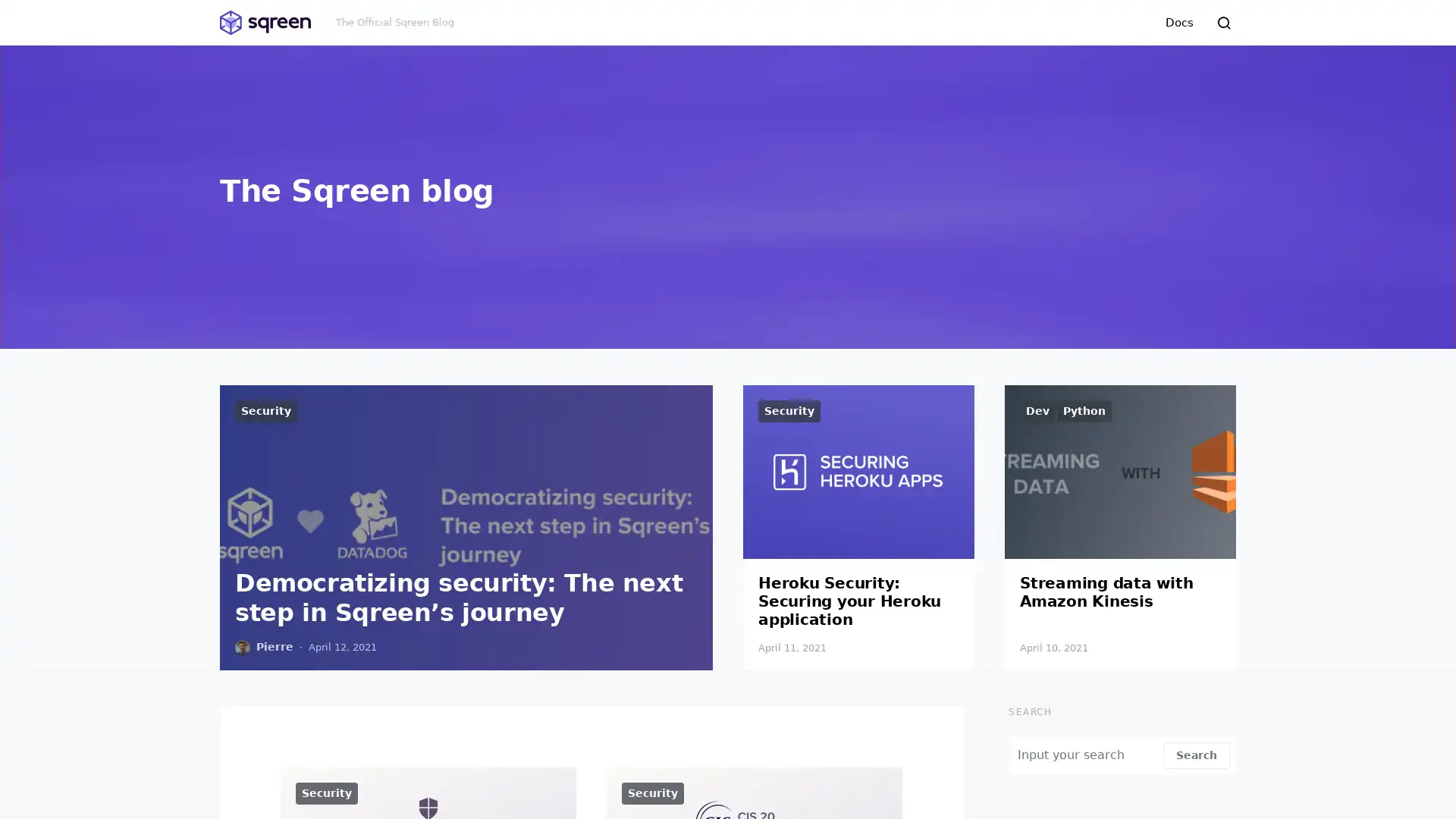 The height and width of the screenshot is (819, 1456). What do you see at coordinates (1196, 755) in the screenshot?
I see `Search` at bounding box center [1196, 755].